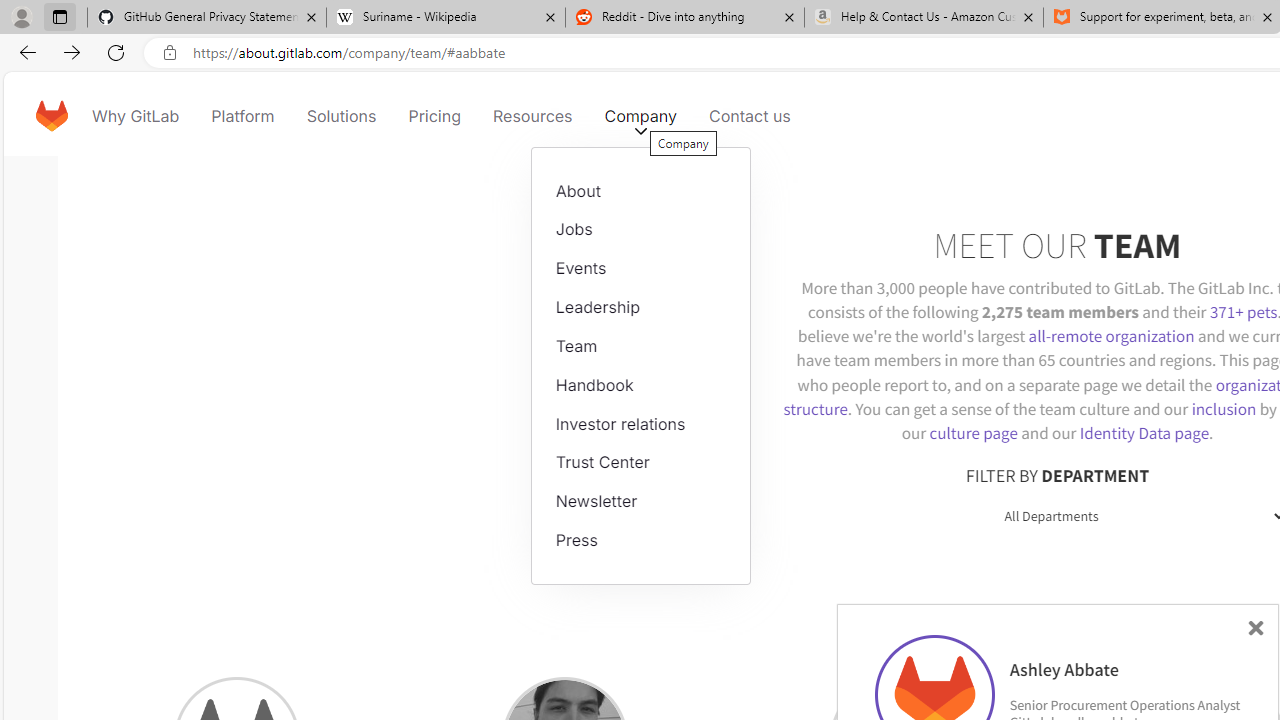 Image resolution: width=1280 pixels, height=720 pixels. I want to click on 'Identity Data page', so click(1144, 432).